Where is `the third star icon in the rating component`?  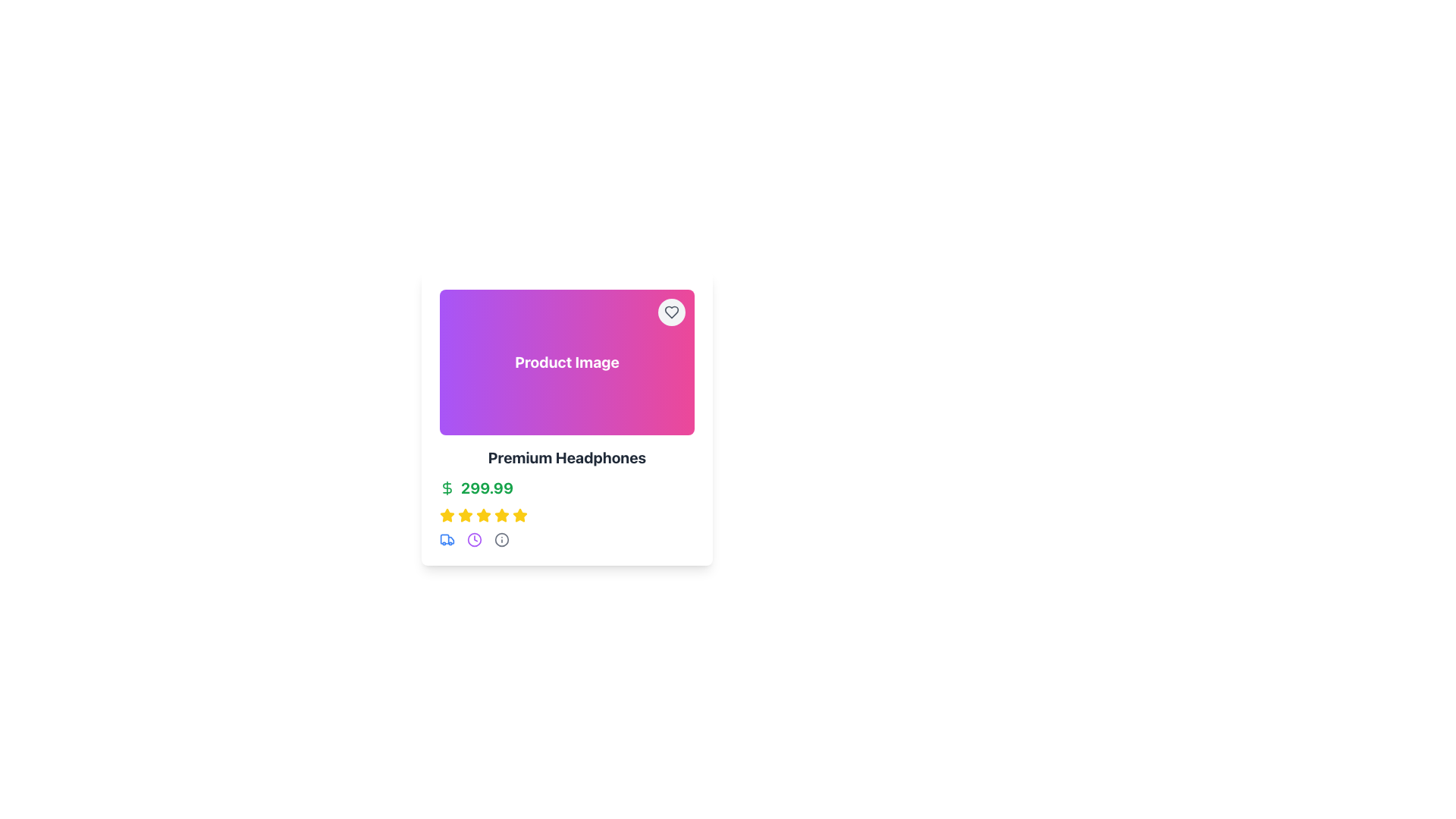 the third star icon in the rating component is located at coordinates (465, 514).